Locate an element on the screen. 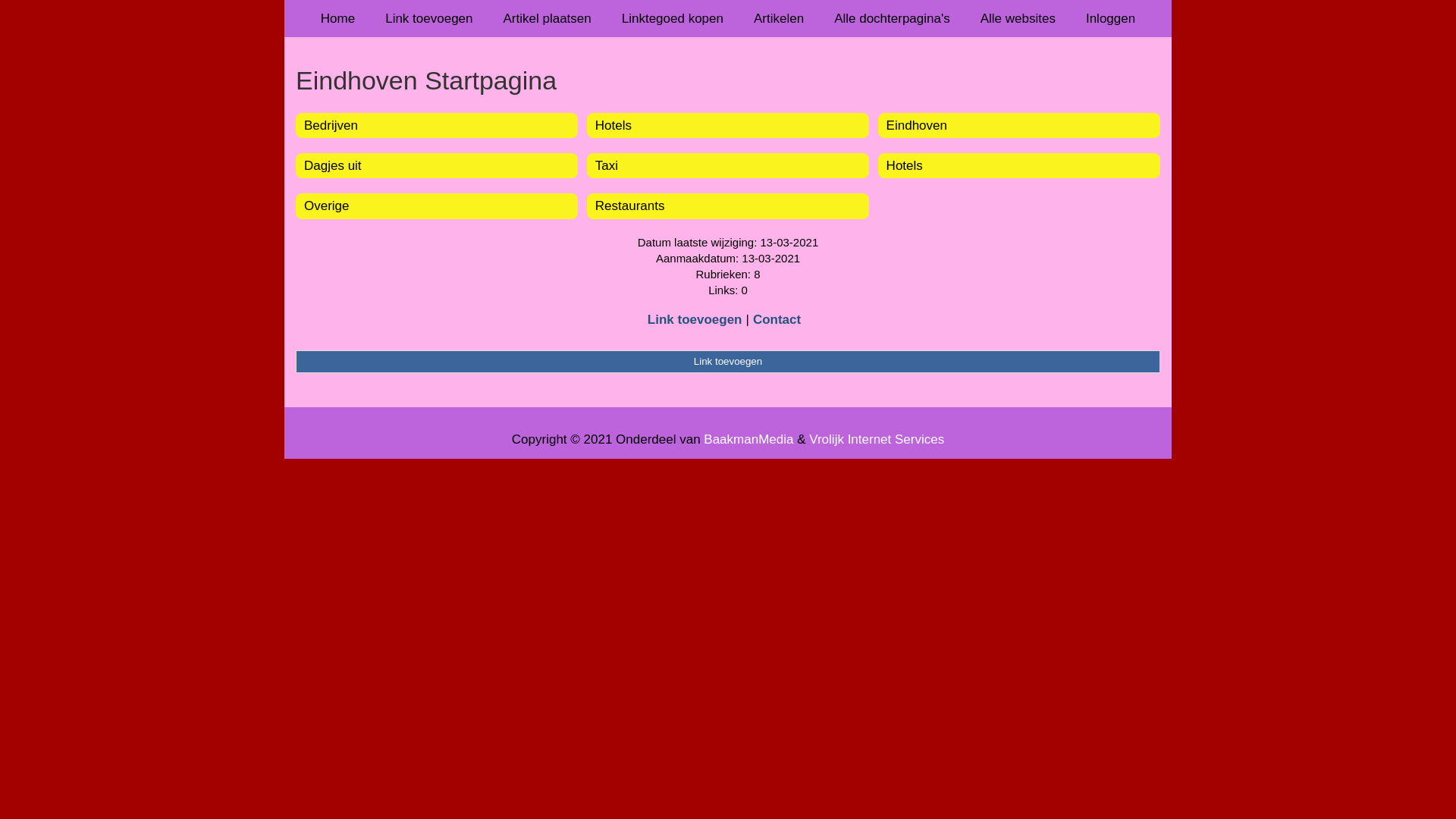 This screenshot has width=1456, height=819. 'Artikel plaatsen' is located at coordinates (546, 18).